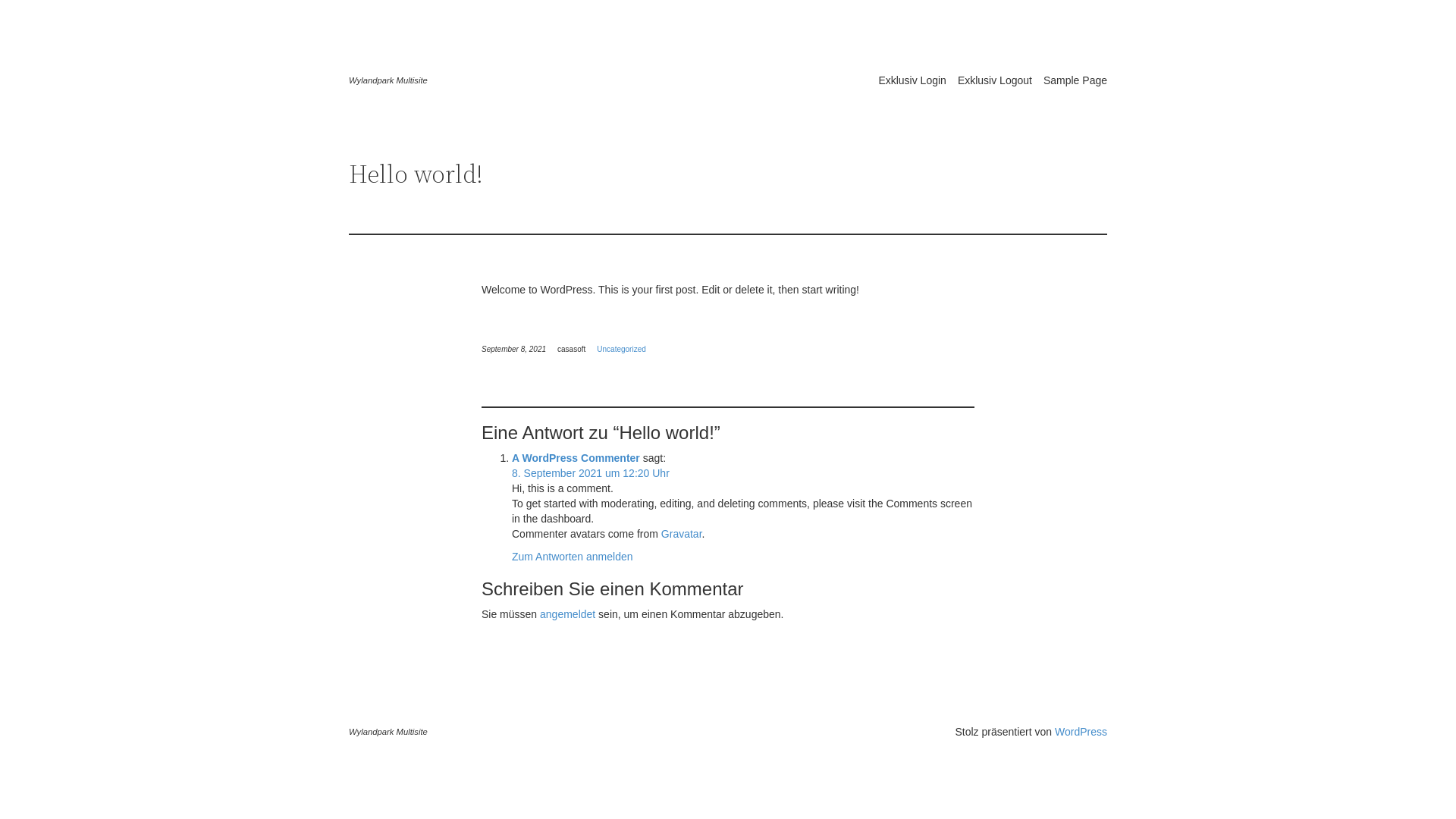 The width and height of the screenshot is (1456, 819). Describe the element at coordinates (388, 80) in the screenshot. I see `'Wylandpark Multisite'` at that location.